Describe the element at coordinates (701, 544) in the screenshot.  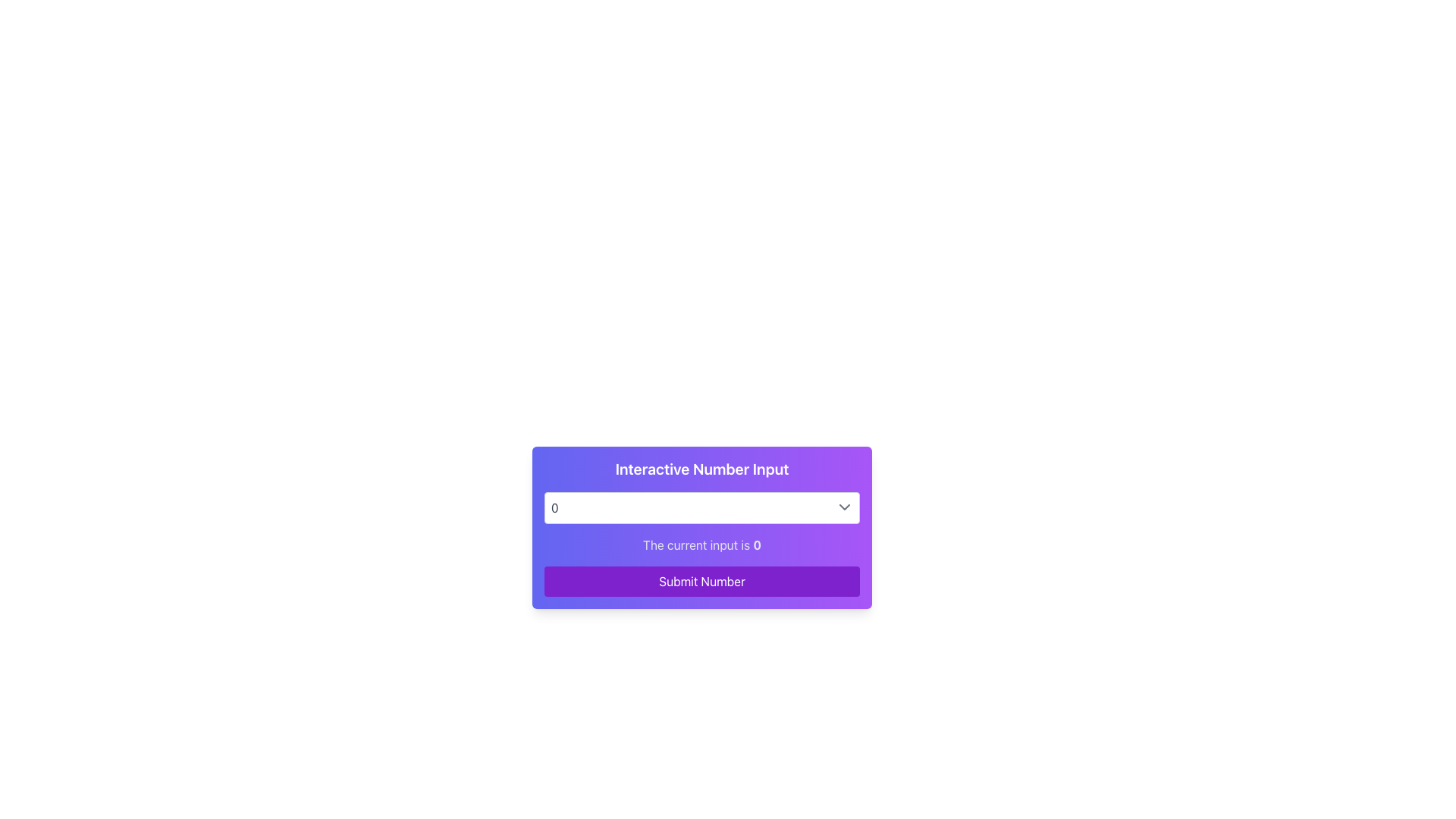
I see `the Static Text that displays the current value of user input, located below the text box and above the 'Submit Number' button` at that location.